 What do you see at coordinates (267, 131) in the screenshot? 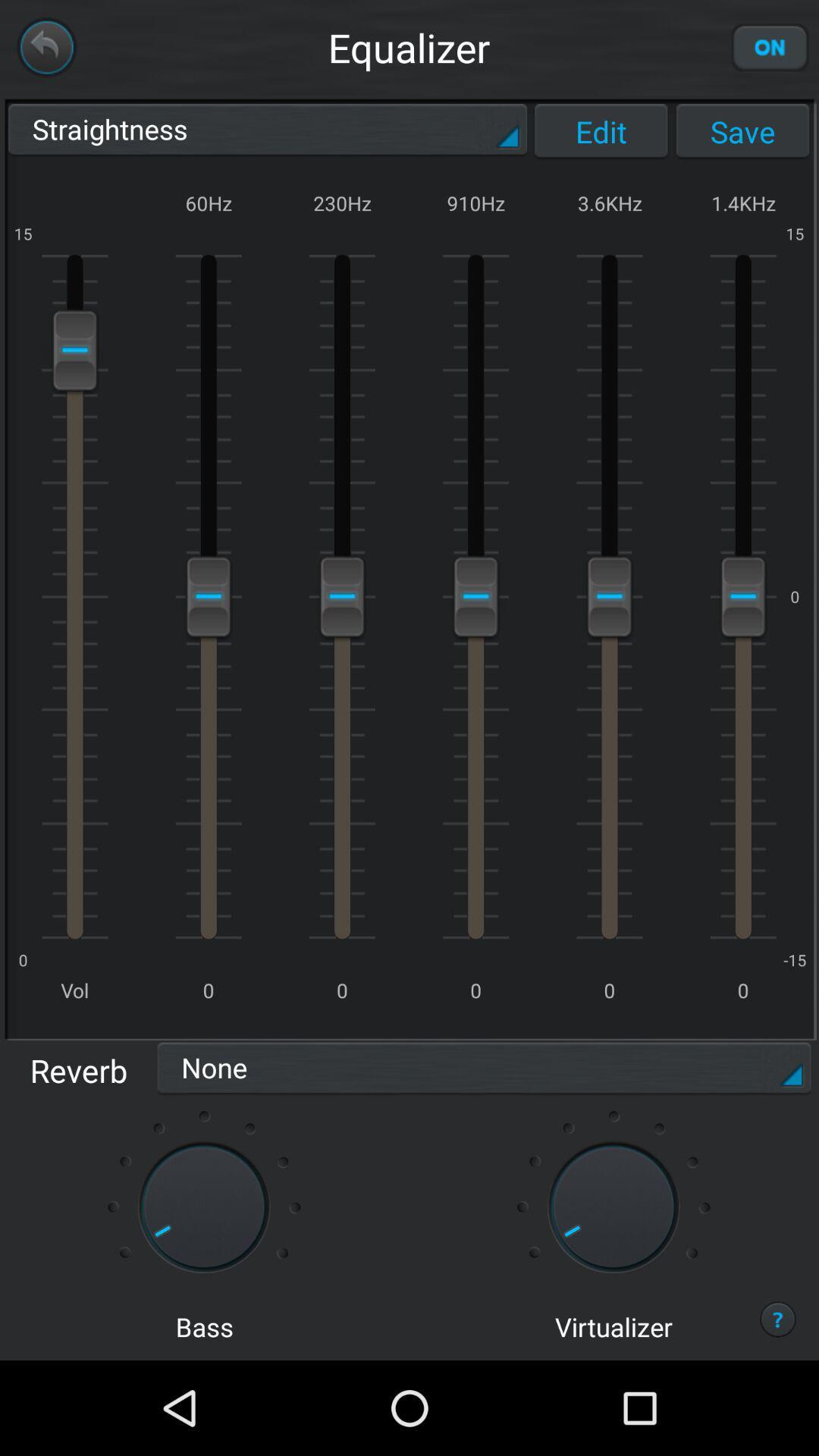
I see `straighntness which is before edit button on the page` at bounding box center [267, 131].